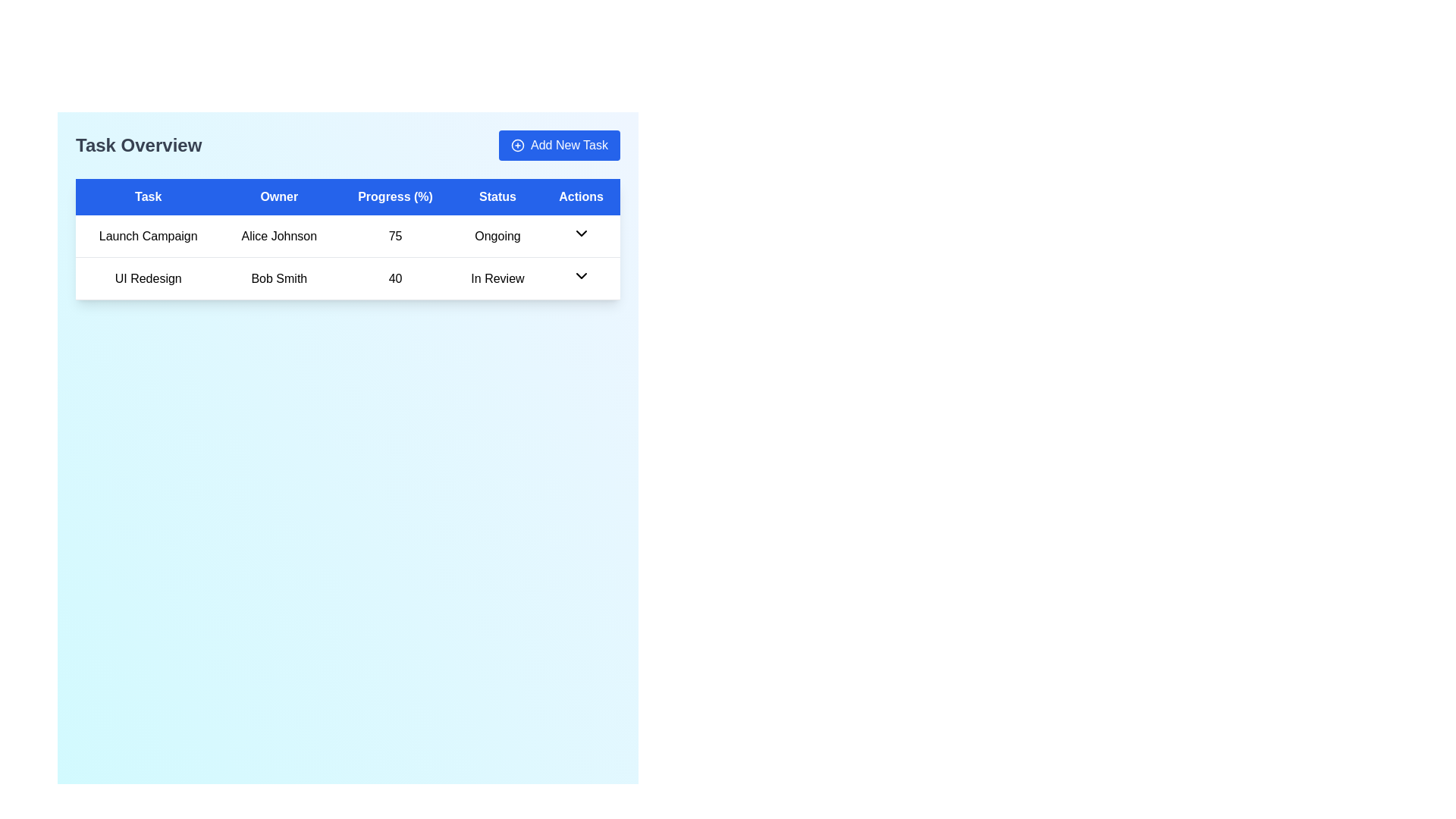  Describe the element at coordinates (148, 196) in the screenshot. I see `the static text label 'Task' in the first column header of the task management table, which is a blue rectangular block with white bold text` at that location.